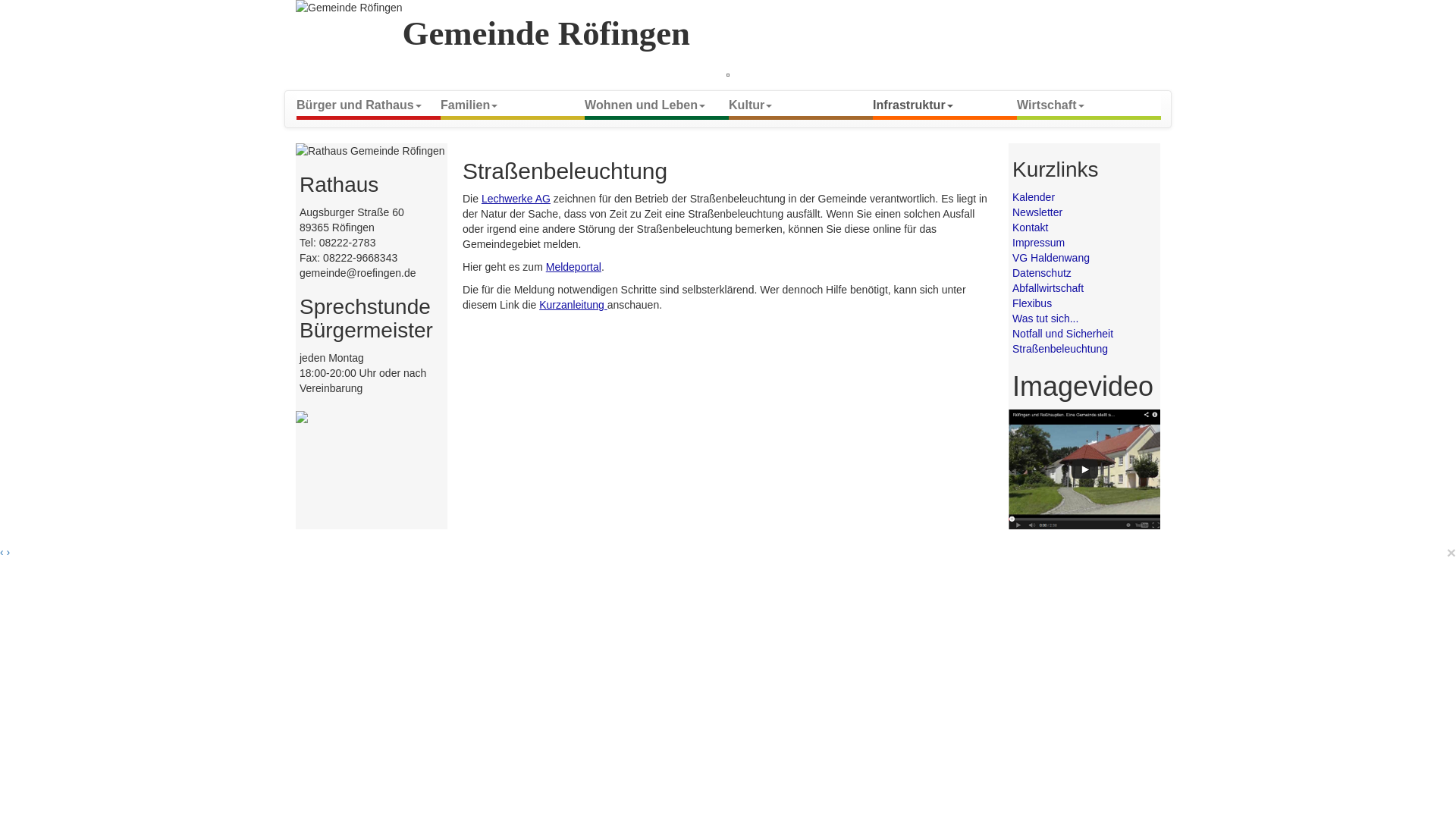 Image resolution: width=1456 pixels, height=819 pixels. I want to click on 'Lechwerke AG', so click(516, 198).